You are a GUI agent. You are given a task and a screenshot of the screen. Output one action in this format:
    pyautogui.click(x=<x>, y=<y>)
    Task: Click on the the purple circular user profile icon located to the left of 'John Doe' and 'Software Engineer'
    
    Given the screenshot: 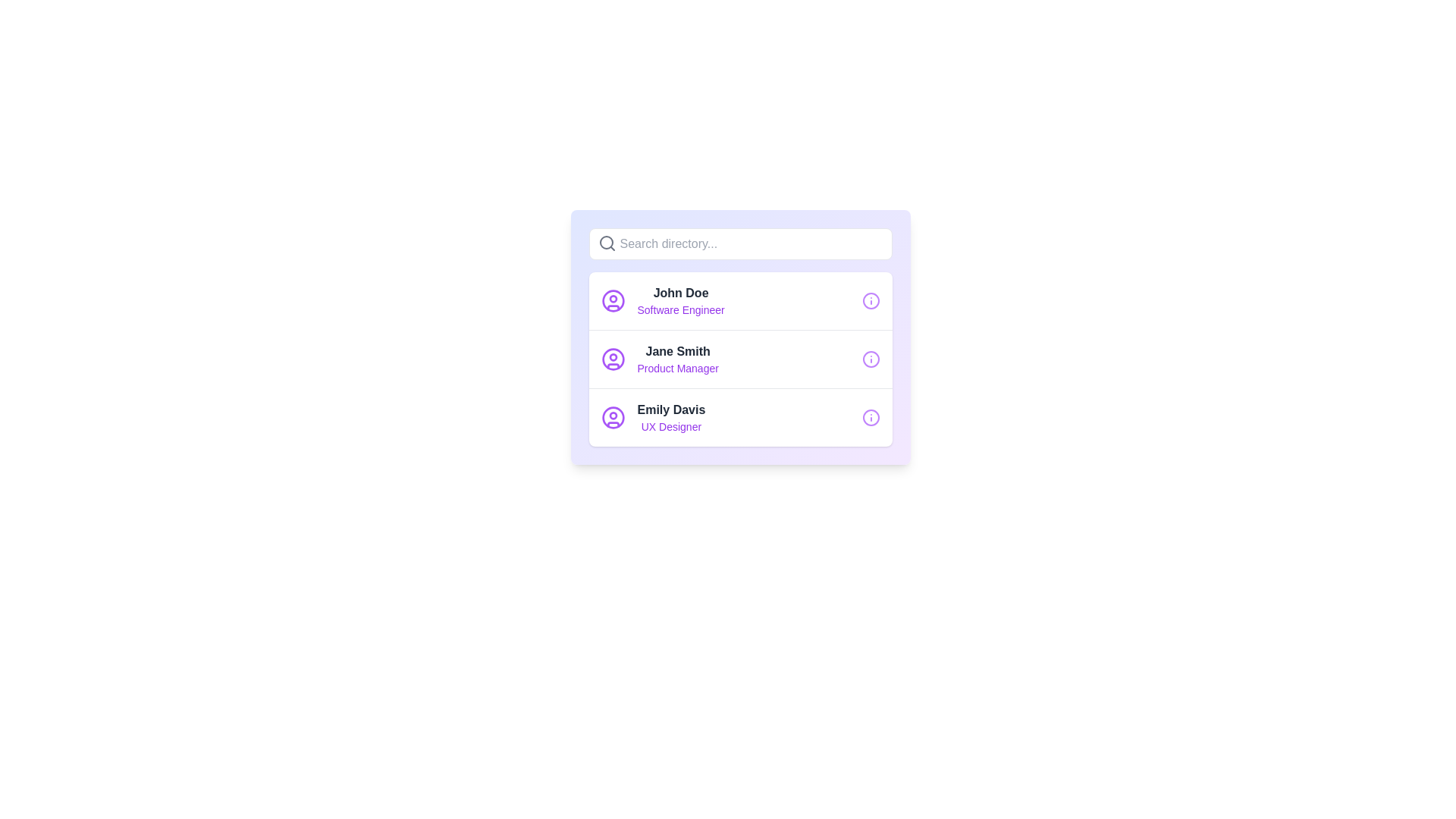 What is the action you would take?
    pyautogui.click(x=613, y=301)
    